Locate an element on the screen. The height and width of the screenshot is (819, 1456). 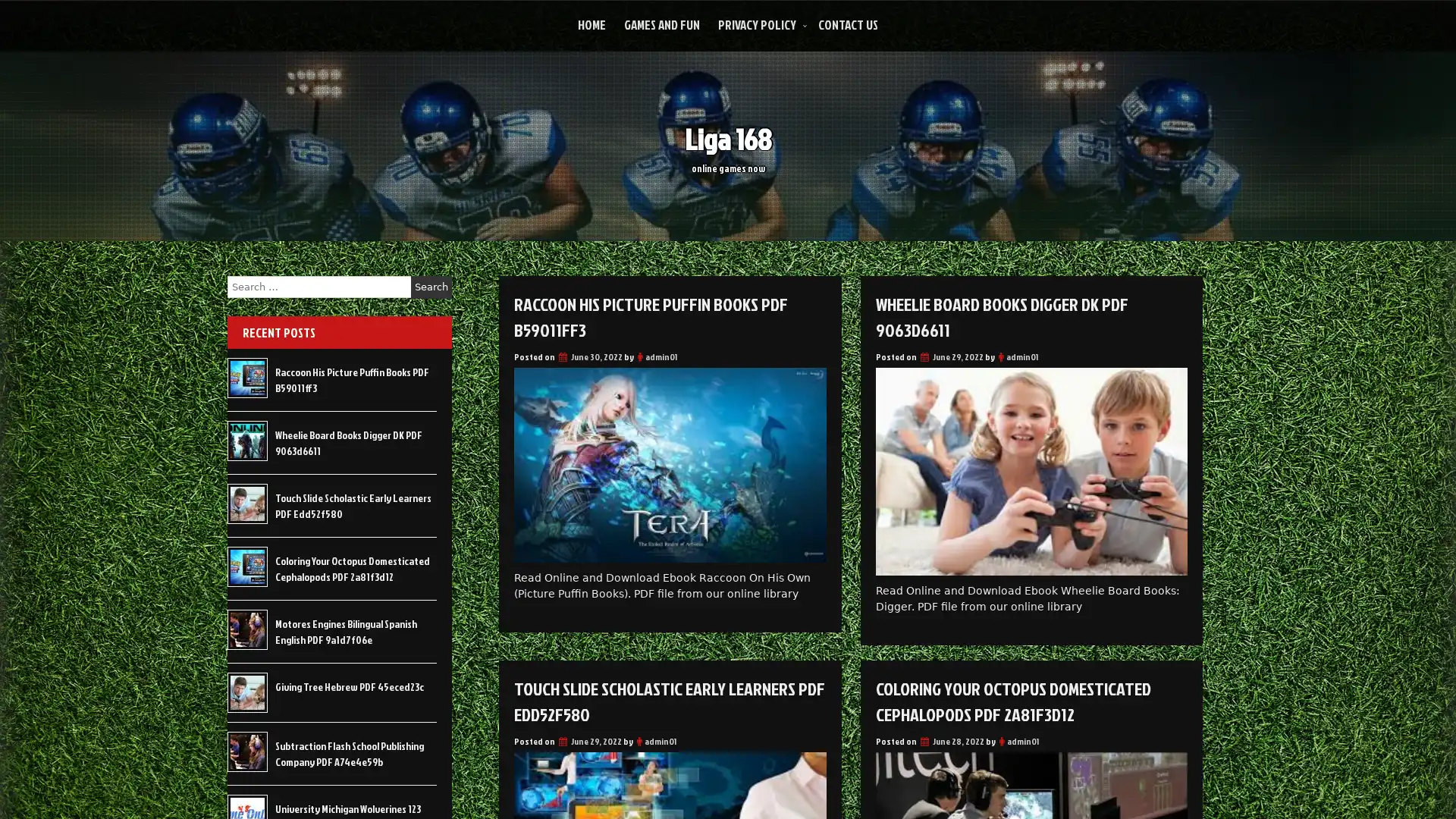
Search is located at coordinates (431, 287).